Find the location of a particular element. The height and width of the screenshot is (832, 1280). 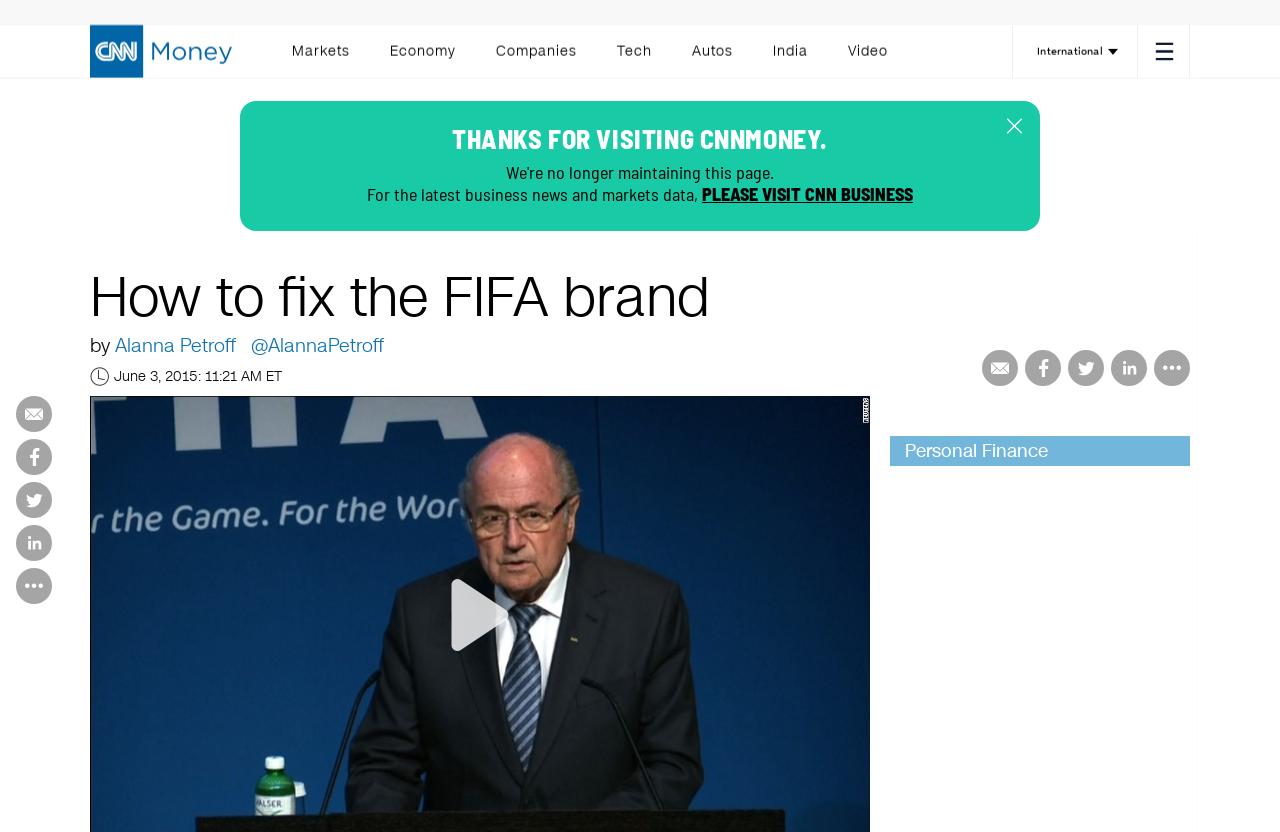

'Alanna Petroff' is located at coordinates (175, 345).